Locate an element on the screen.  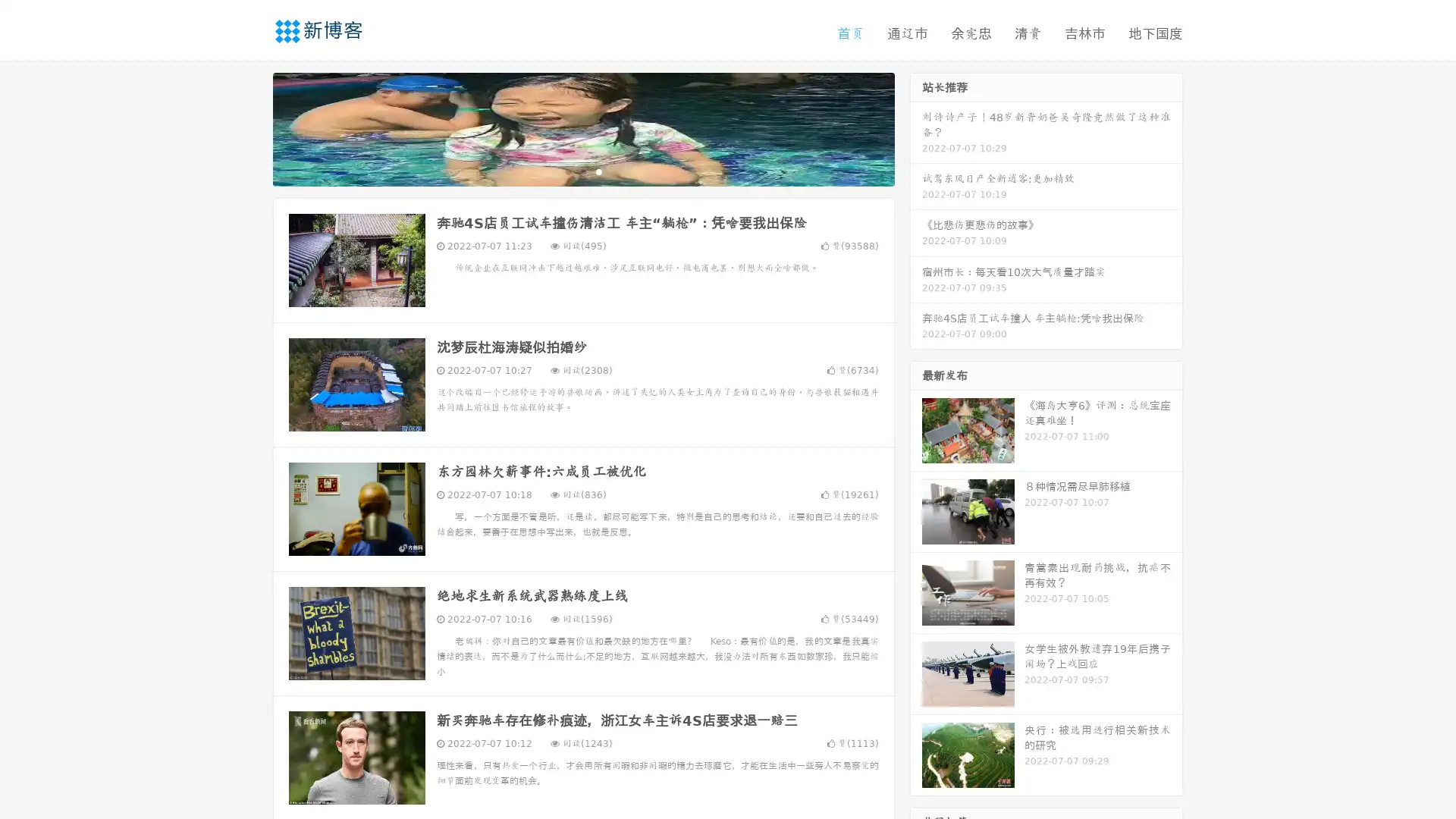
Go to slide 2 is located at coordinates (582, 171).